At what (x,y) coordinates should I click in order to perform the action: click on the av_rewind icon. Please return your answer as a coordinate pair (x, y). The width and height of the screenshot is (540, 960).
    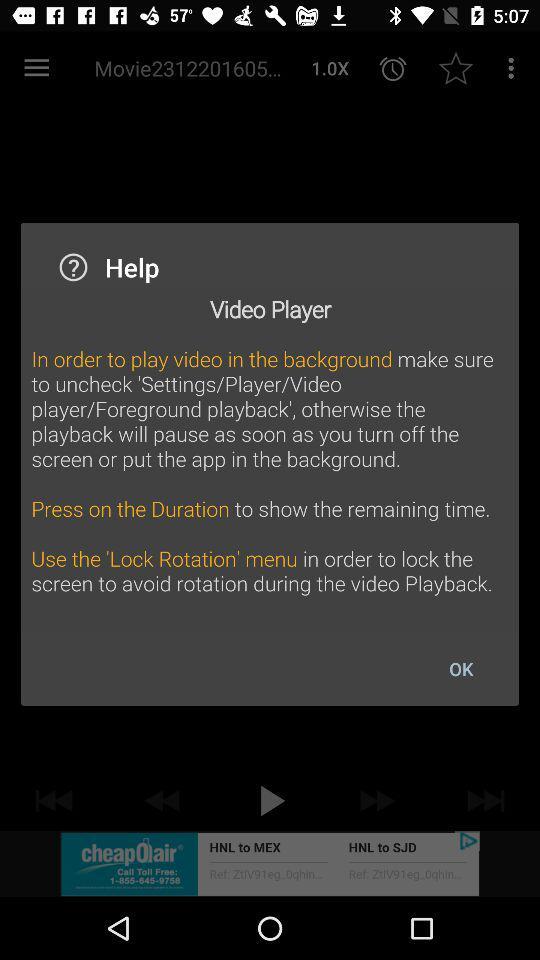
    Looking at the image, I should click on (54, 801).